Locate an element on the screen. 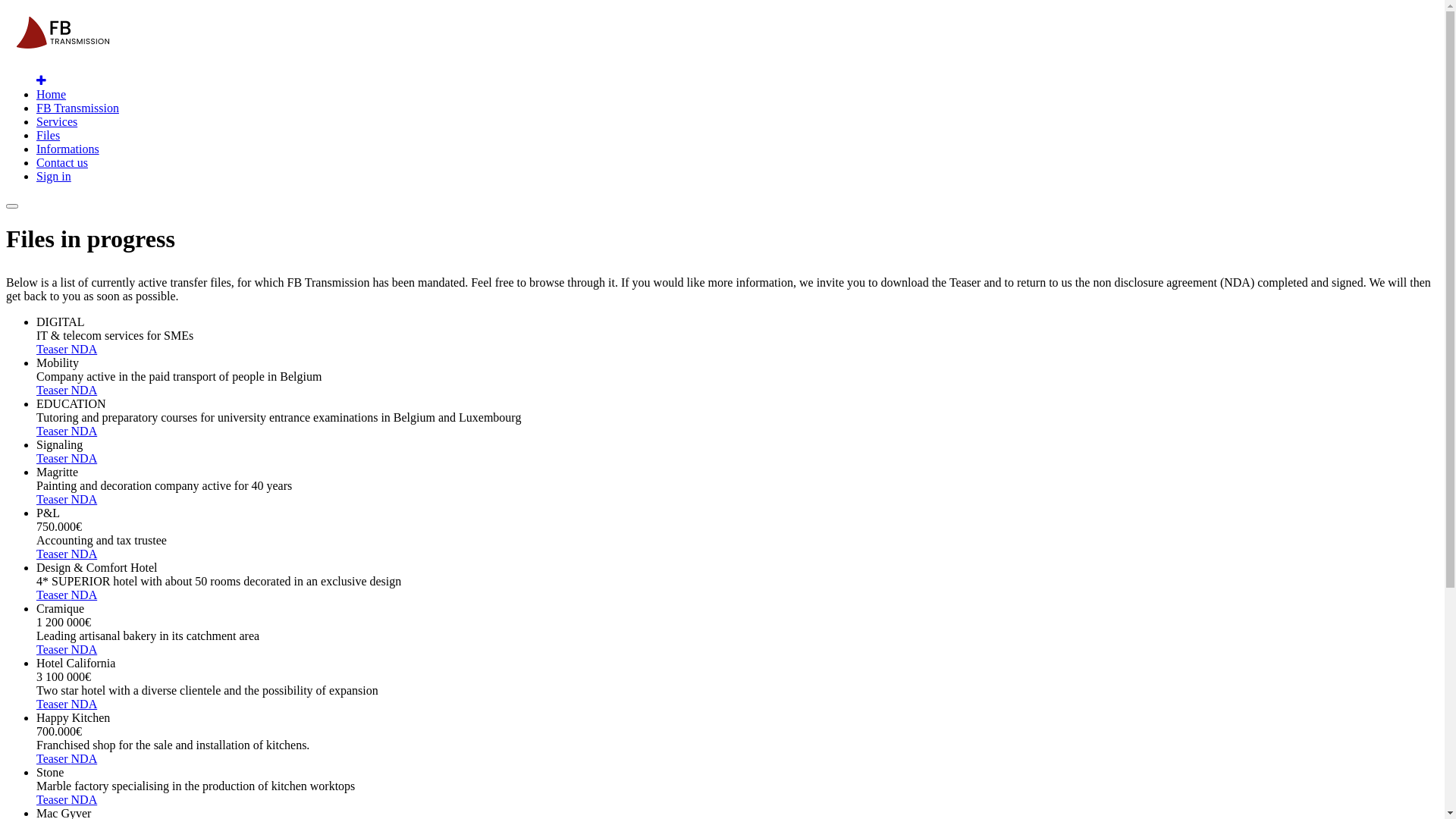  'Teaser' is located at coordinates (54, 349).